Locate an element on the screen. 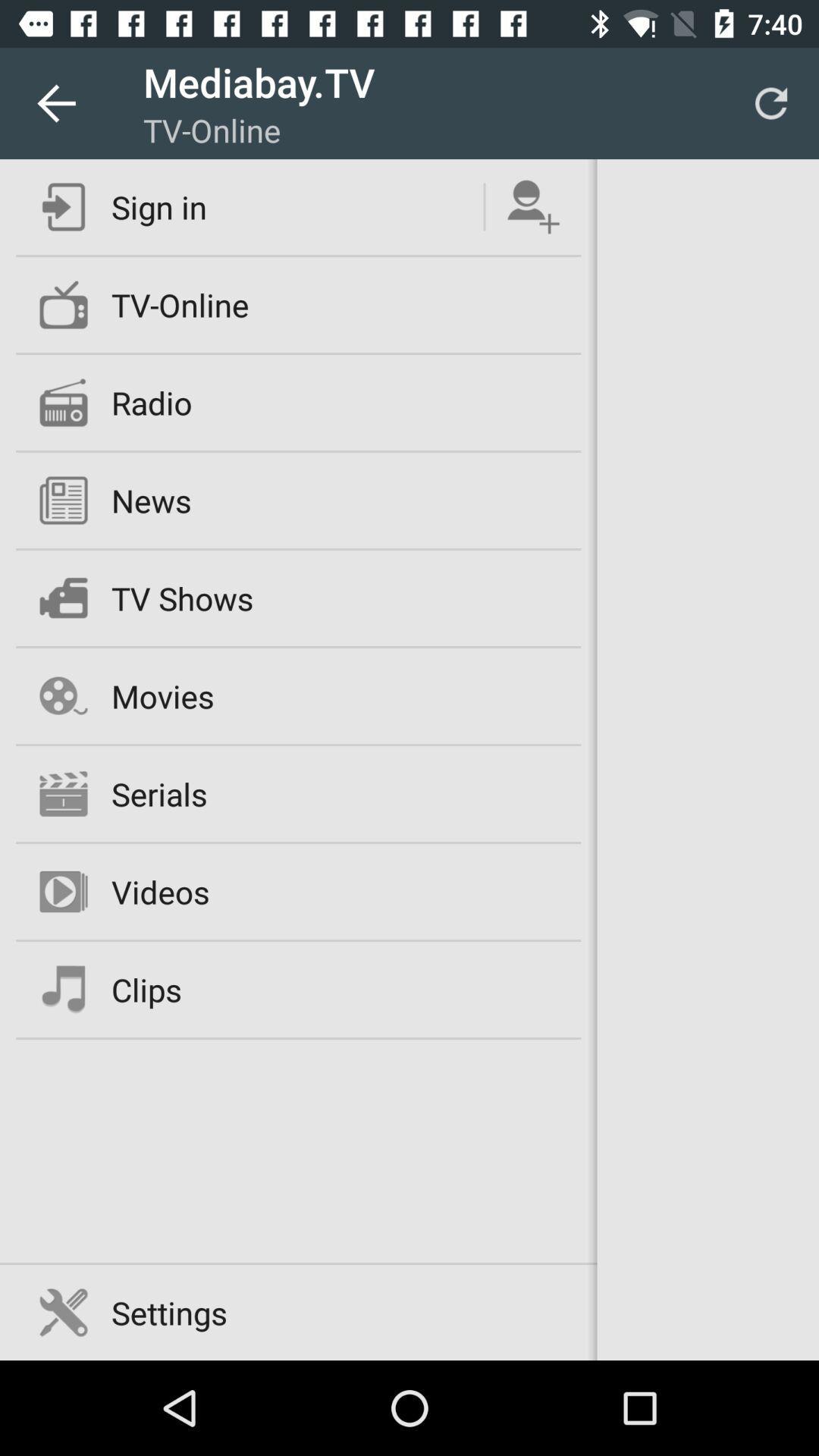 Image resolution: width=819 pixels, height=1456 pixels. the radio icon is located at coordinates (152, 403).